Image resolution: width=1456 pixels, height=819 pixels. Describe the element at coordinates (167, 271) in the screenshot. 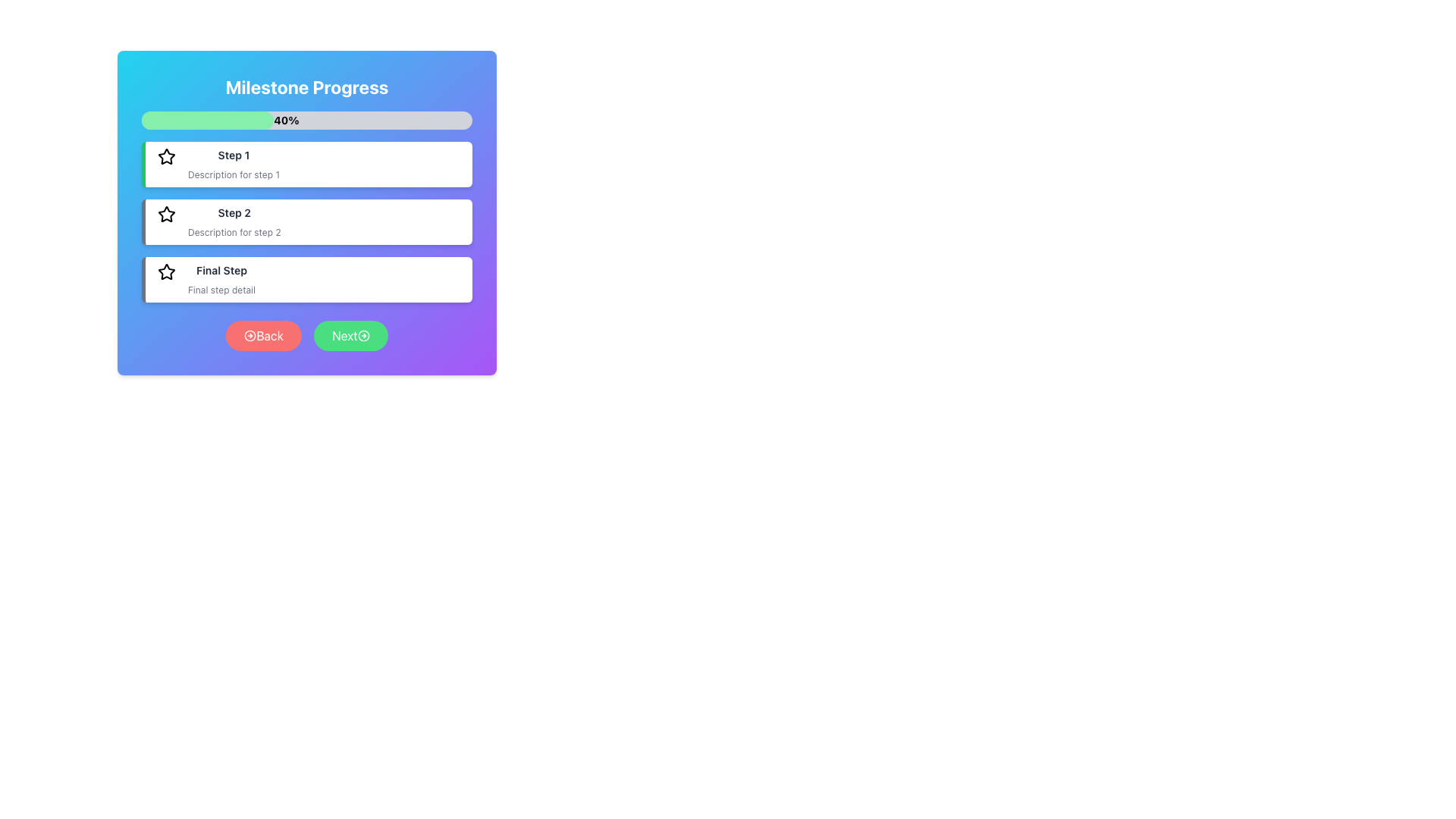

I see `the icon representing the 'Final Step' section` at that location.